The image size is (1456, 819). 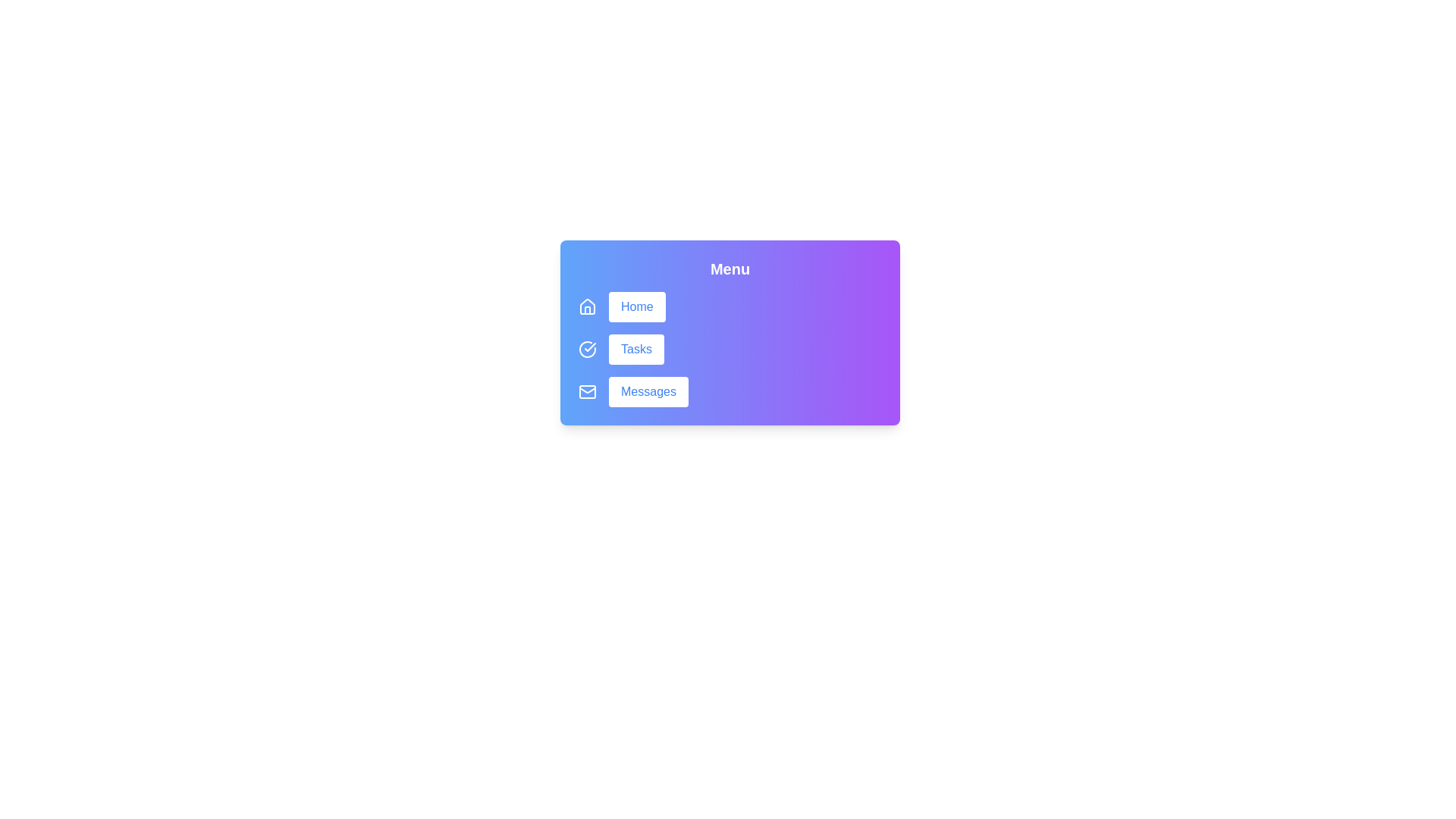 What do you see at coordinates (586, 391) in the screenshot?
I see `the icon beside the Messages button` at bounding box center [586, 391].